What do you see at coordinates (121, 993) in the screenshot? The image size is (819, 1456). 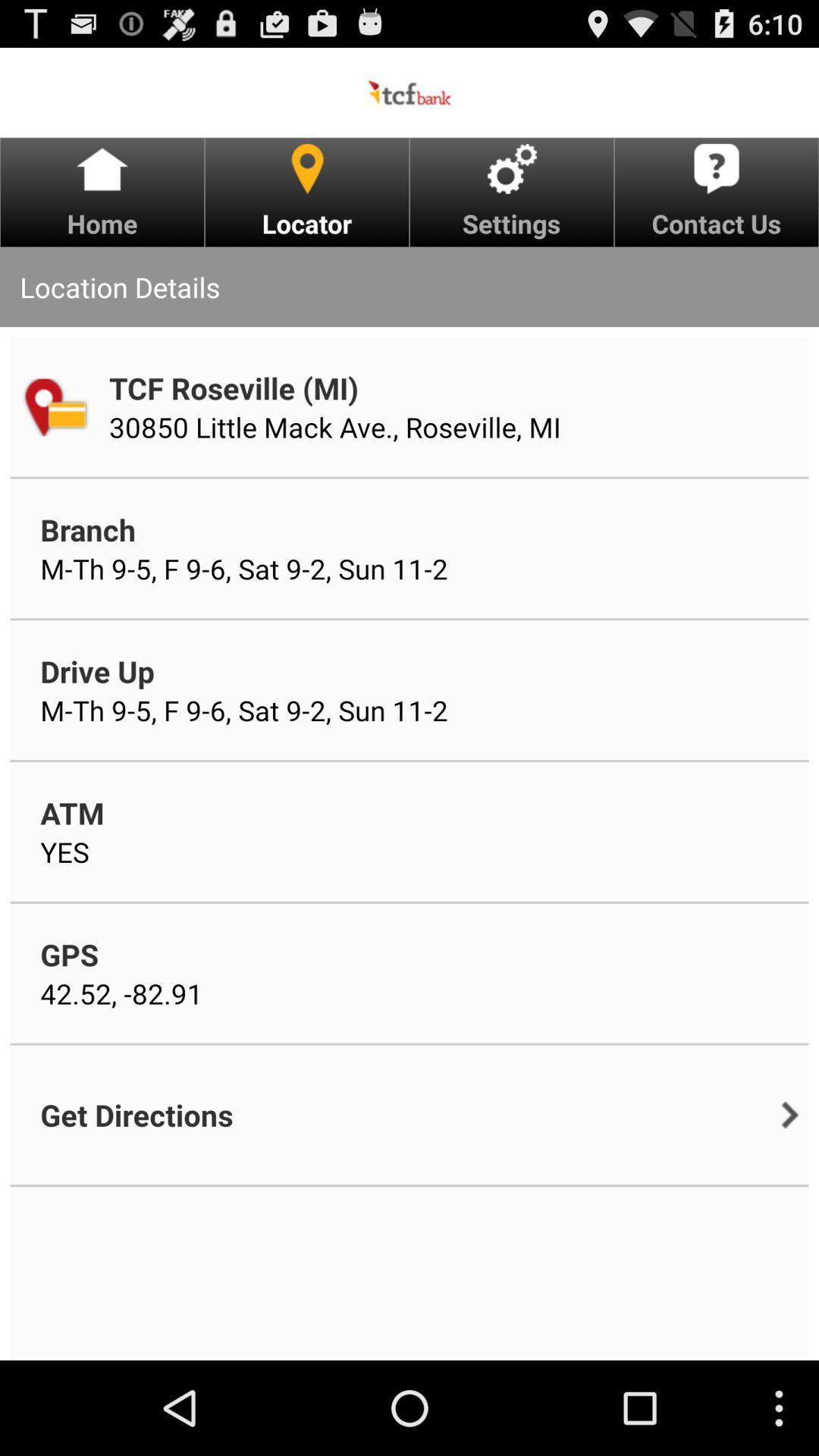 I see `icon above get directions icon` at bounding box center [121, 993].